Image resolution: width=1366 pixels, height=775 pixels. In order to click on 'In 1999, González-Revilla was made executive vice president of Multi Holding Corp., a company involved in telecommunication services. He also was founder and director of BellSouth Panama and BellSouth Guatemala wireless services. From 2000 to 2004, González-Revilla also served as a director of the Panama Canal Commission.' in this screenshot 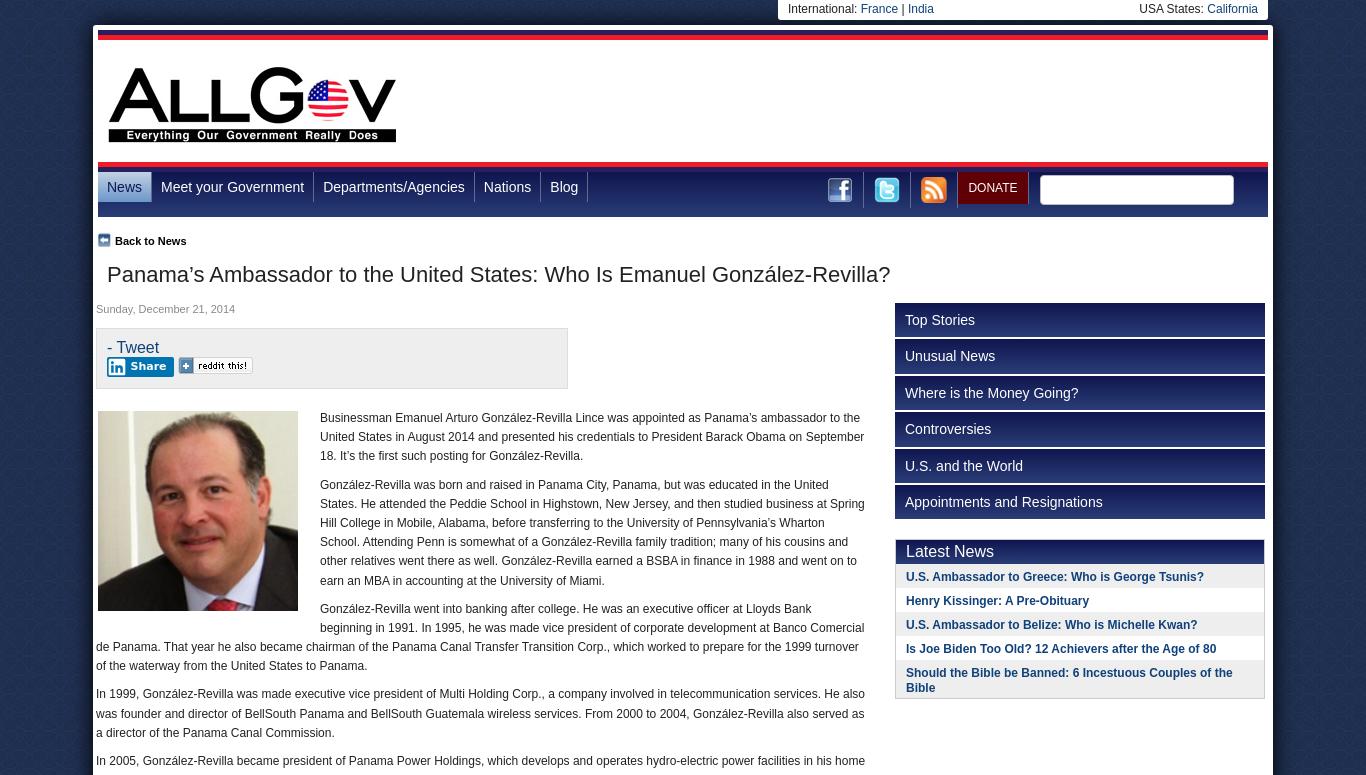, I will do `click(480, 713)`.